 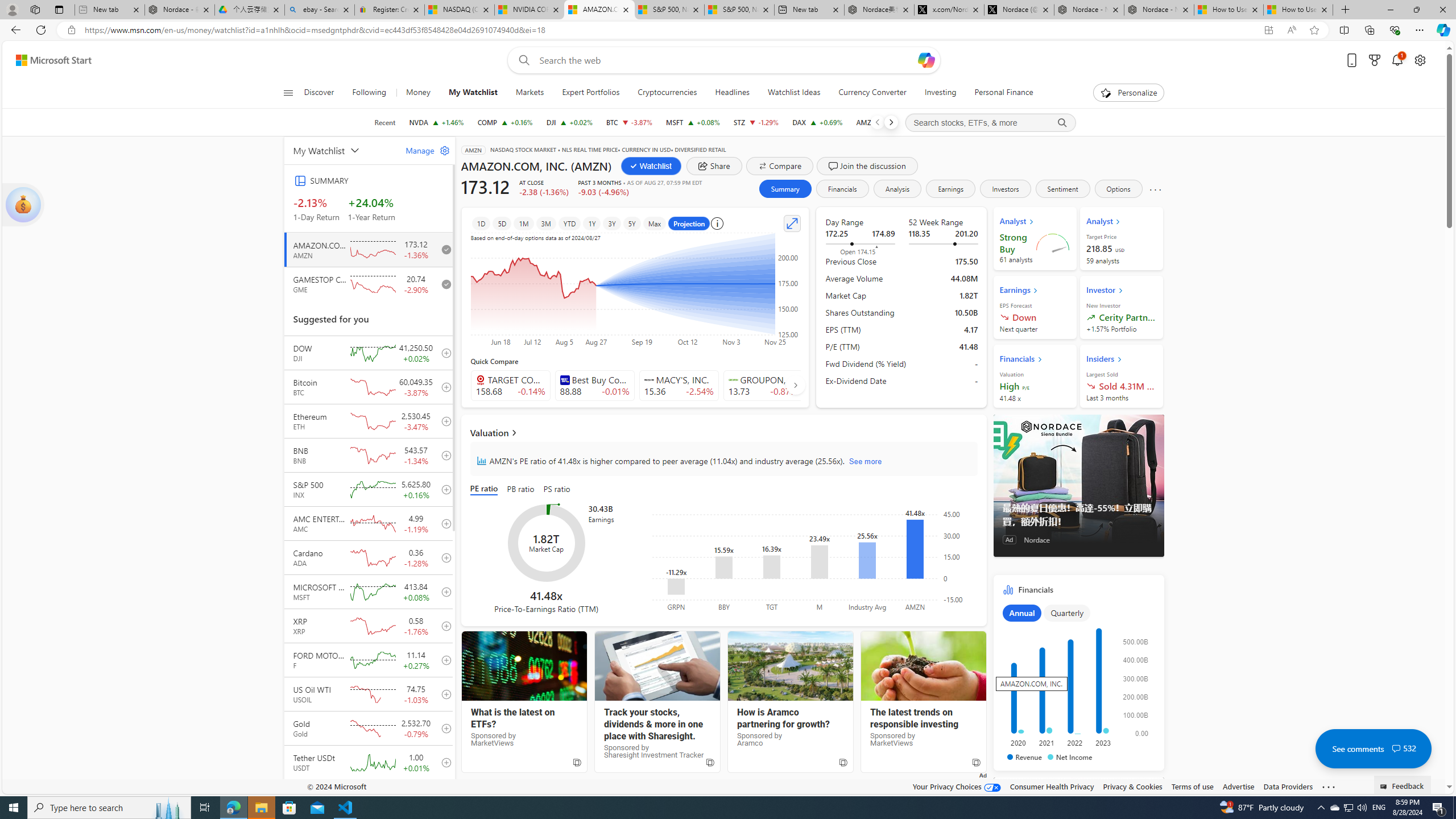 What do you see at coordinates (925, 59) in the screenshot?
I see `'Open Copilot'` at bounding box center [925, 59].